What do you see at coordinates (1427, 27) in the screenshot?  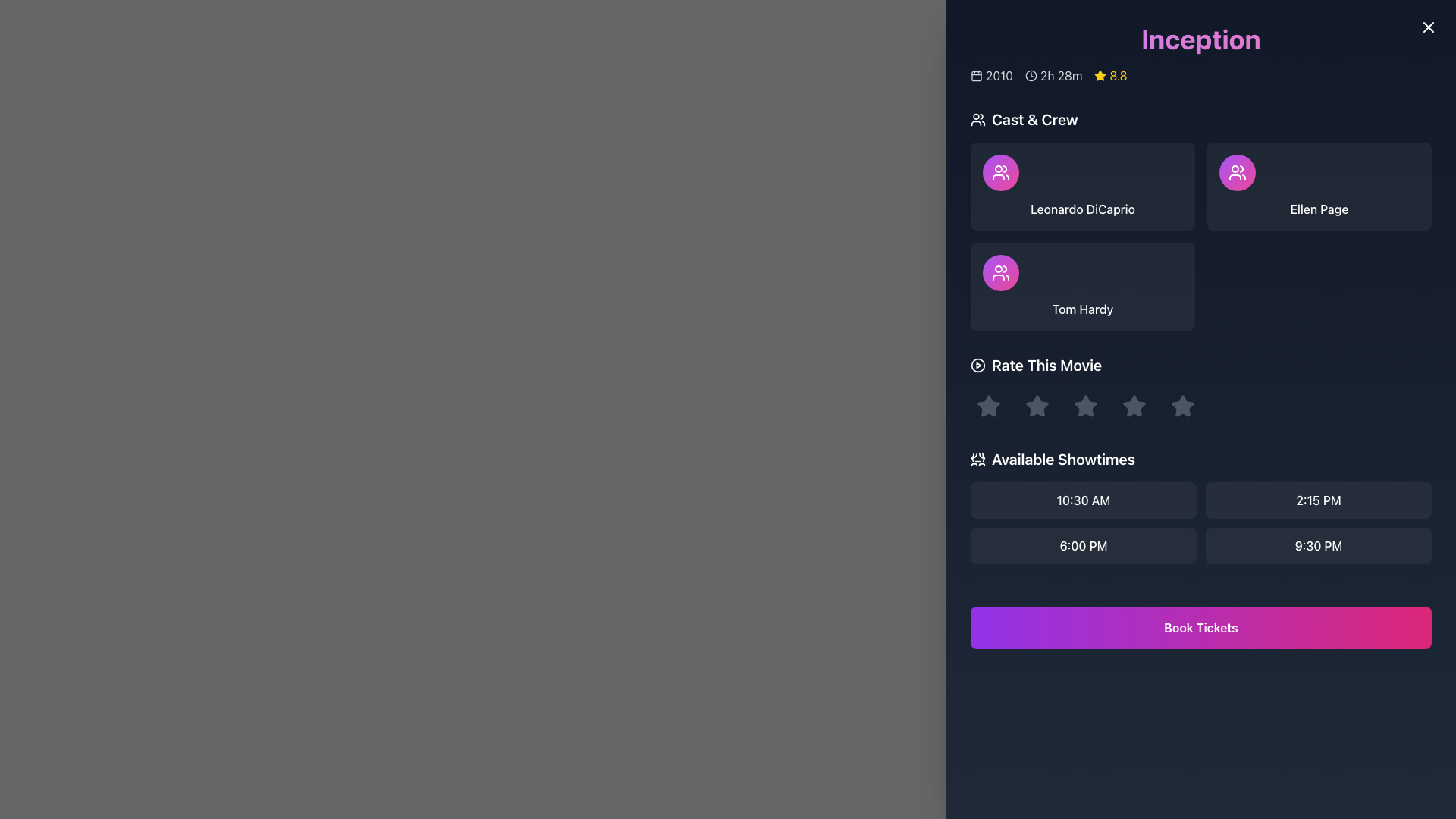 I see `the close icon button, which is an 'X' rendered in a round-white outline style, located in the top-right corner of the interface above the movie title` at bounding box center [1427, 27].